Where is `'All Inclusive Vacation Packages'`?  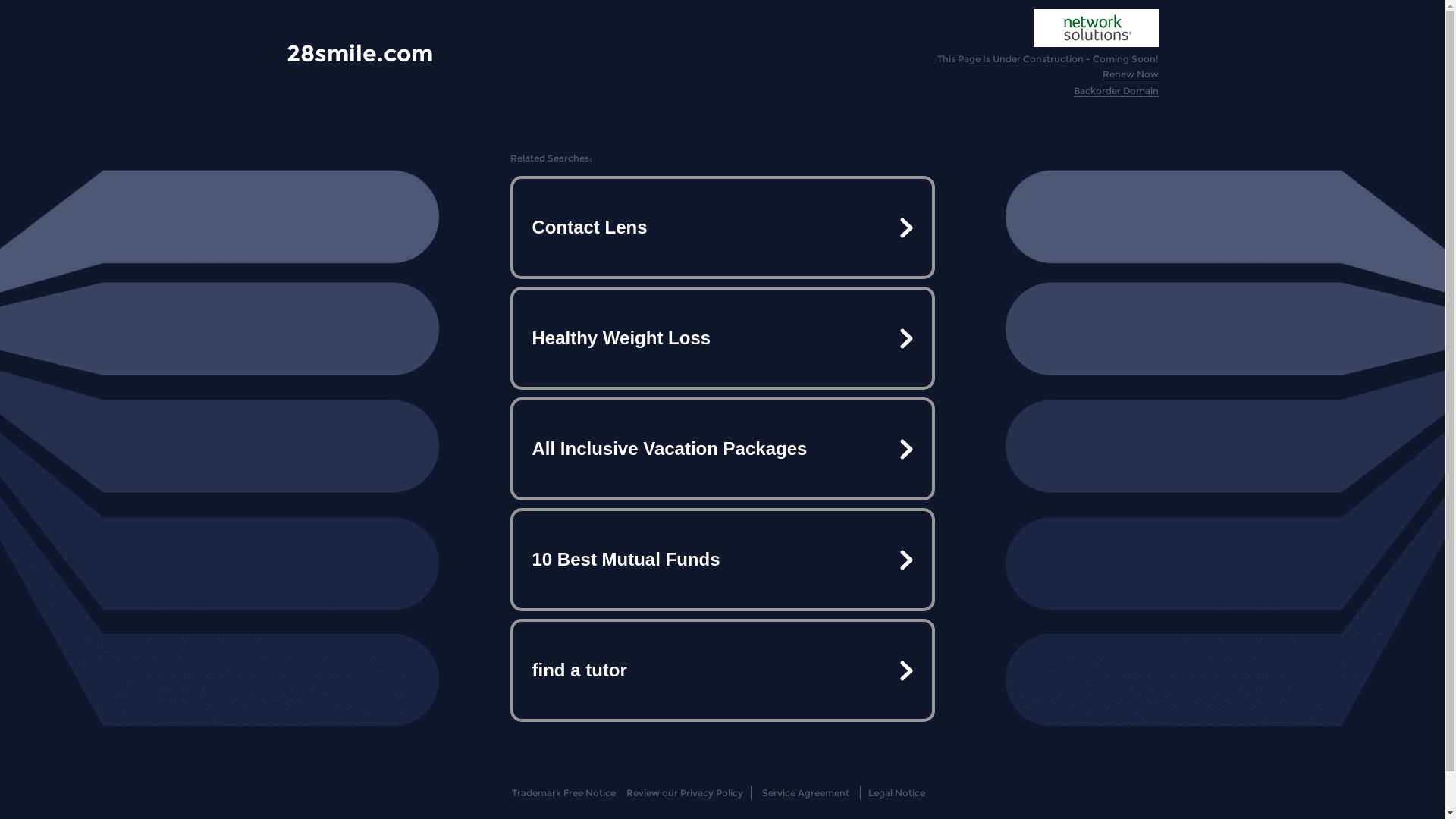 'All Inclusive Vacation Packages' is located at coordinates (720, 447).